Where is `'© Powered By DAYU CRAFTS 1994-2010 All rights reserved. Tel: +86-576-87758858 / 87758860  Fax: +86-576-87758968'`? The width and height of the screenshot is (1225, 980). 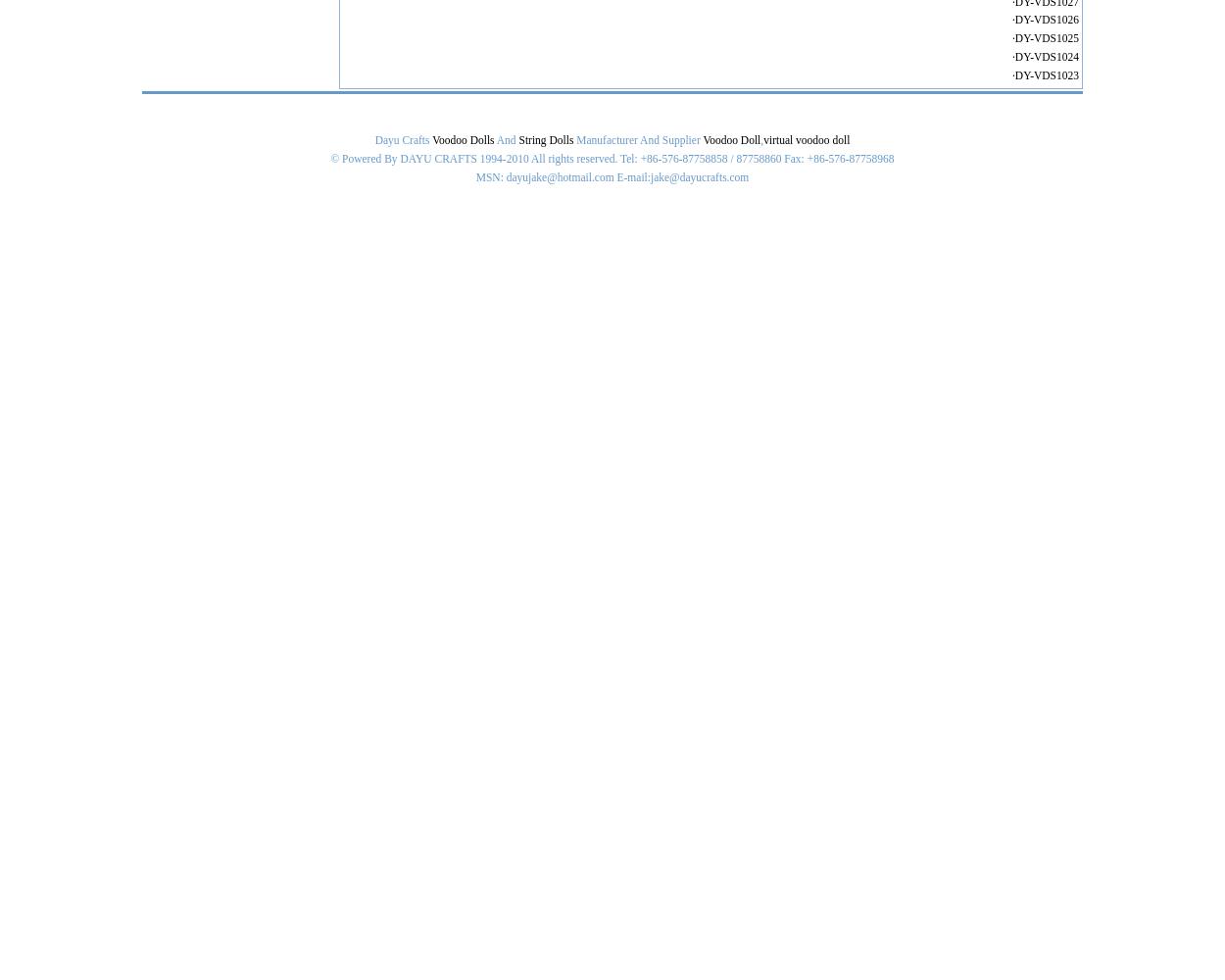 '© Powered By DAYU CRAFTS 1994-2010 All rights reserved. Tel: +86-576-87758858 / 87758860  Fax: +86-576-87758968' is located at coordinates (611, 159).